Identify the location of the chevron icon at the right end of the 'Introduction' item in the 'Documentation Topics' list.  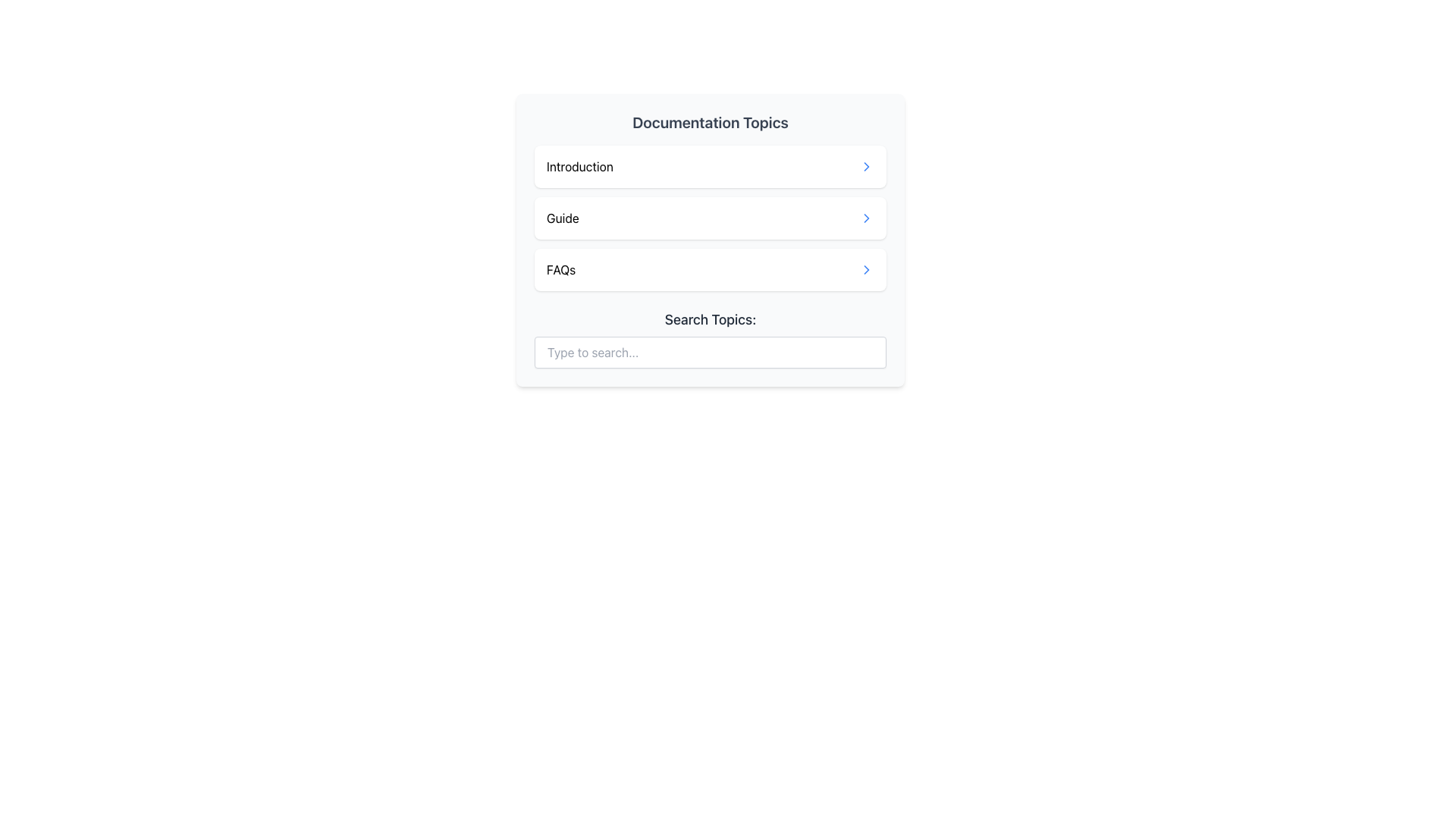
(866, 166).